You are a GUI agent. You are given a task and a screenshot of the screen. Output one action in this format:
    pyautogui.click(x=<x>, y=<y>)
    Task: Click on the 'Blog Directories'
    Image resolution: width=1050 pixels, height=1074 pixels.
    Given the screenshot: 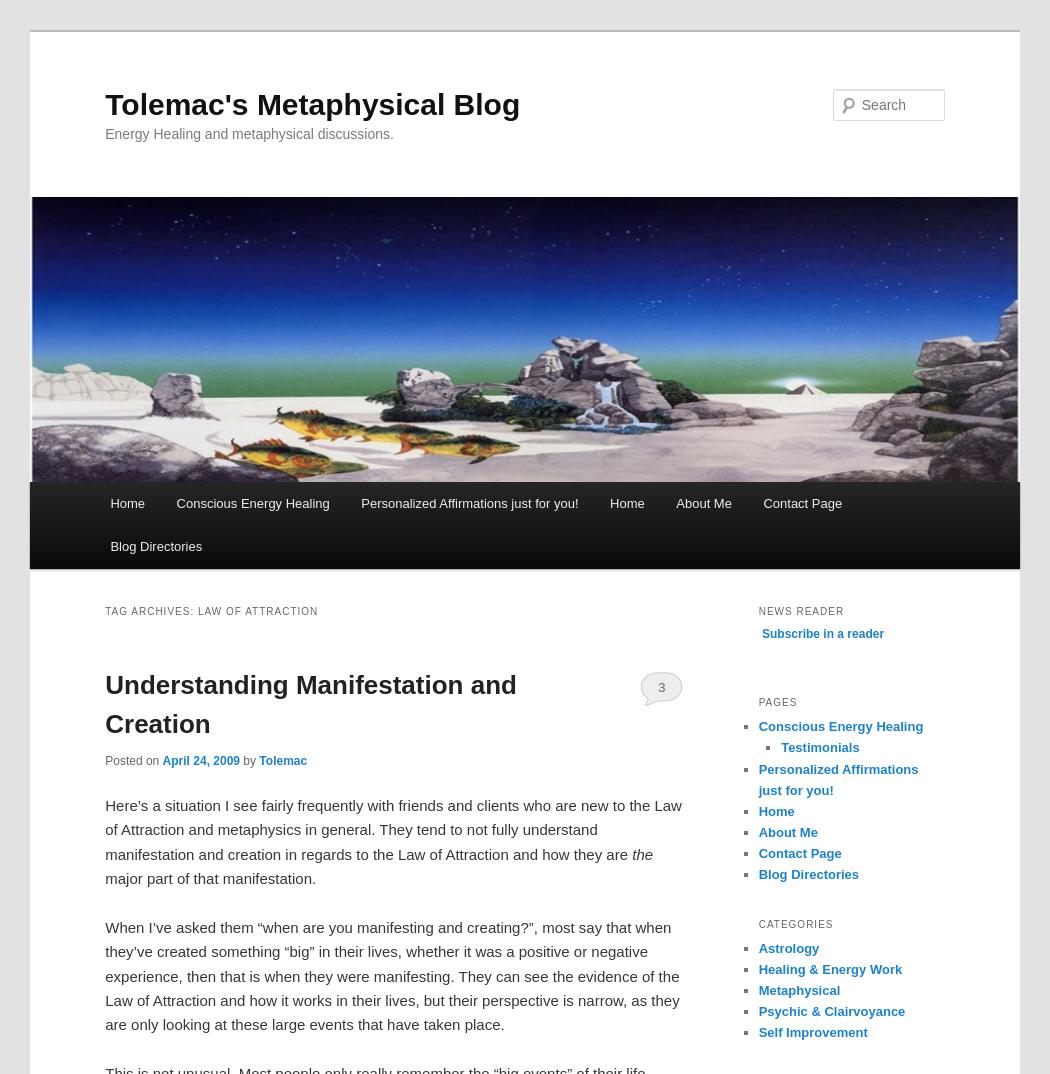 What is the action you would take?
    pyautogui.click(x=757, y=873)
    